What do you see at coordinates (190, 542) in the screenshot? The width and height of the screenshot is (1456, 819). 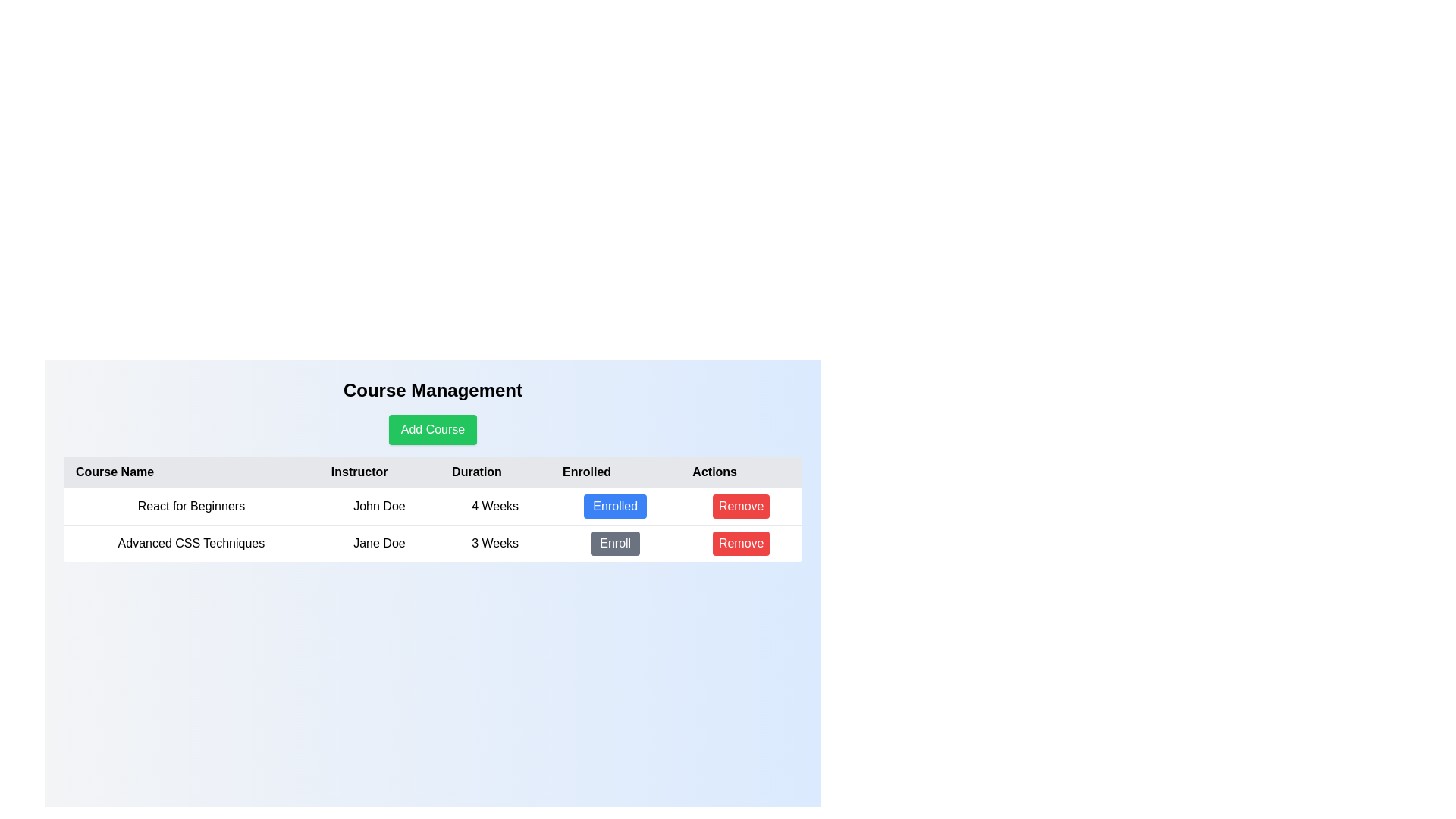 I see `the text label indicating the name of the course in the second row and first column of the table, adjacent to 'Jane Doe'` at bounding box center [190, 542].